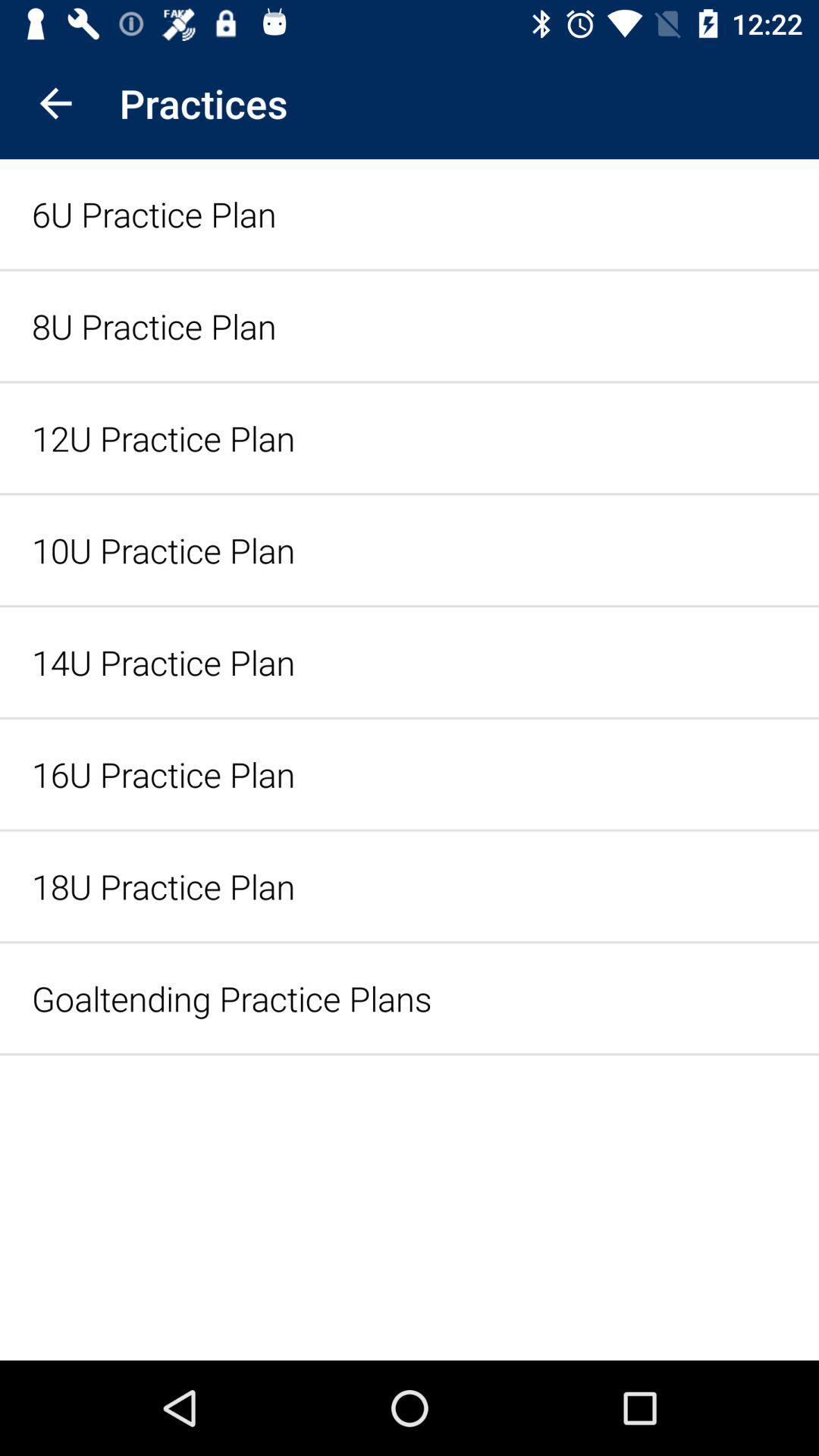  I want to click on the icon next to the practices app, so click(55, 102).